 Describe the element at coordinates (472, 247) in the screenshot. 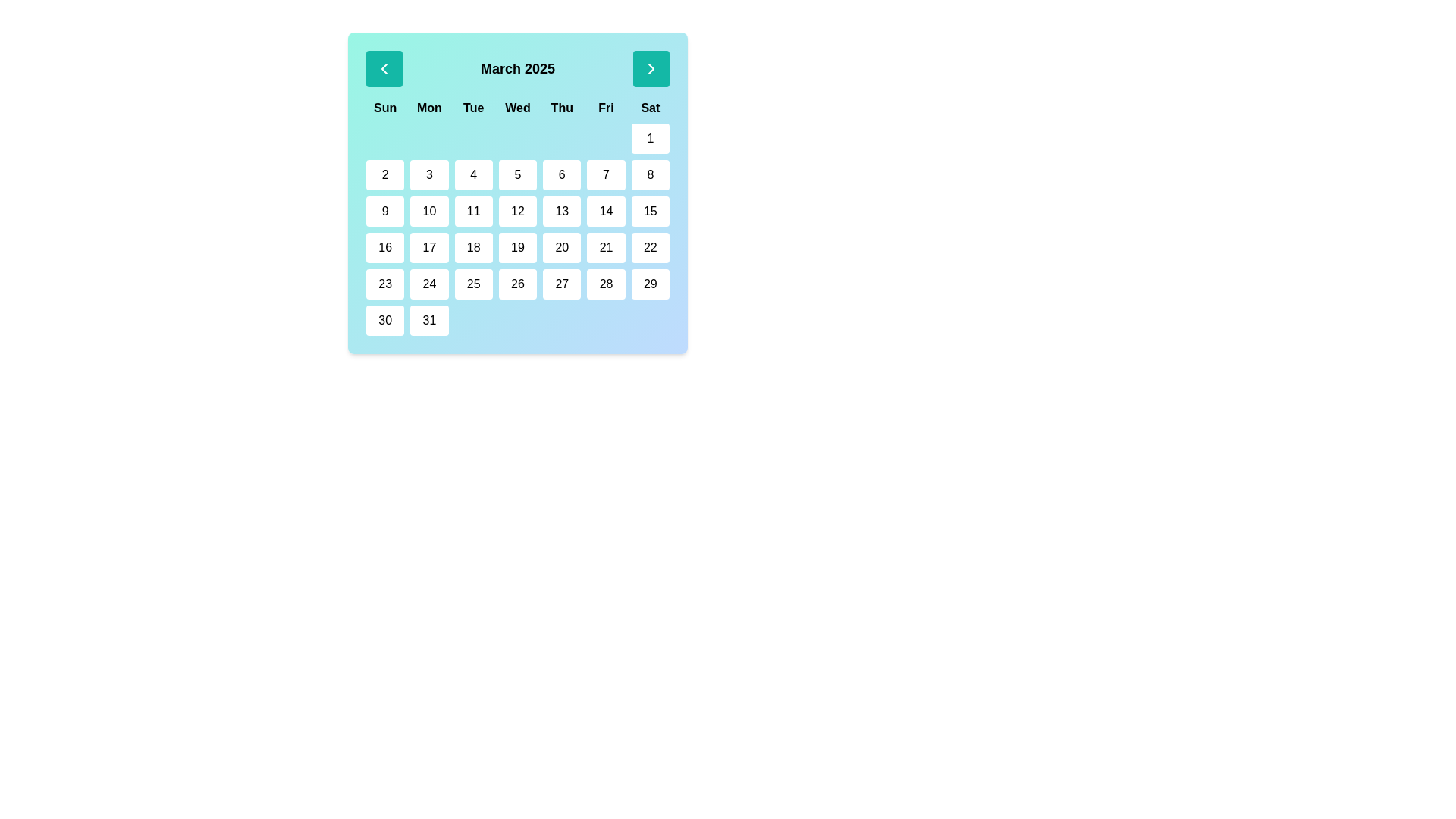

I see `the date button located in the fourth row, third column of the calendar grid` at that location.